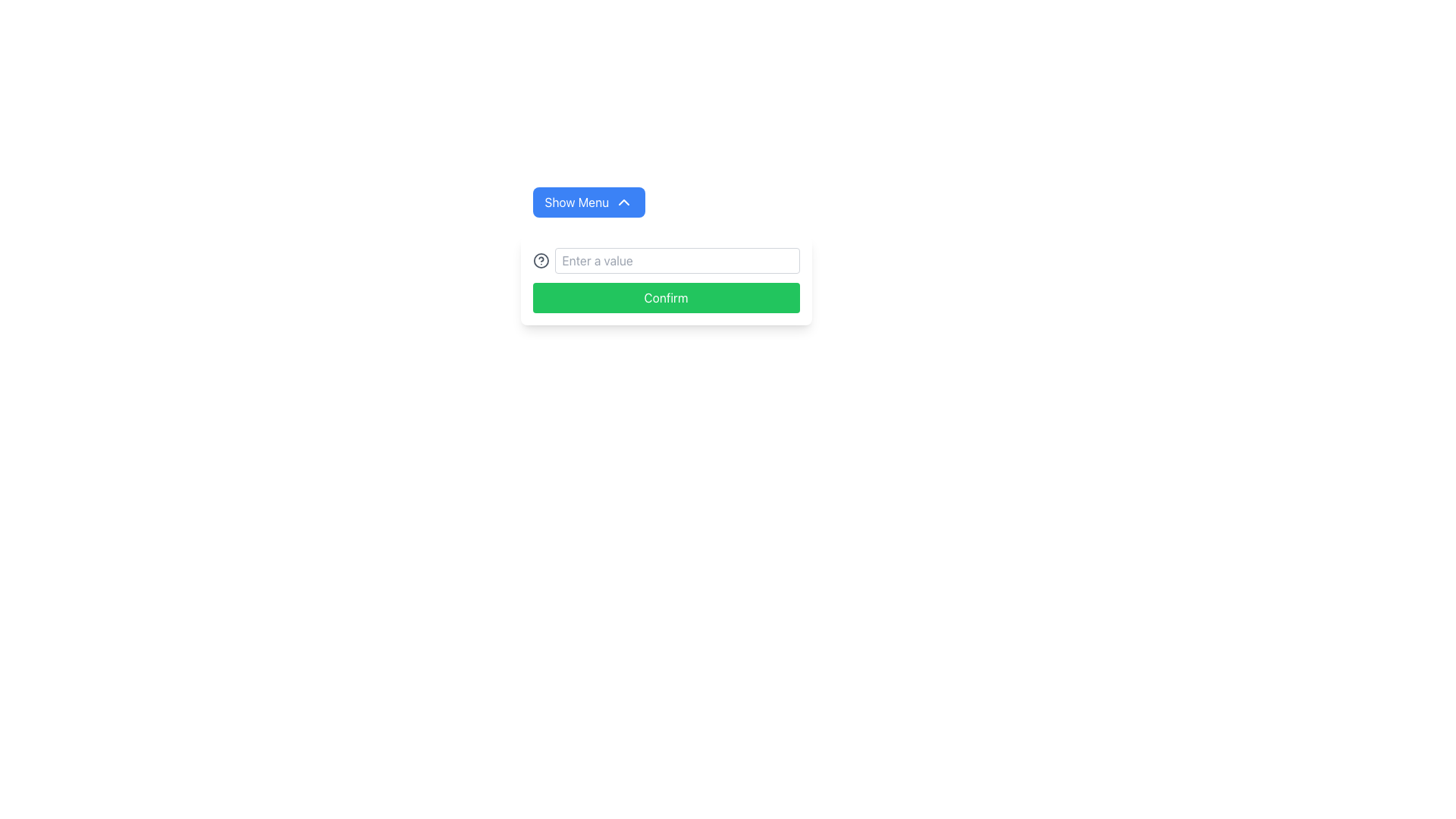 This screenshot has height=819, width=1456. I want to click on the green rectangular button labeled 'Confirm' located at the bottom of the vertically arranged group of elements to confirm an action, so click(666, 298).